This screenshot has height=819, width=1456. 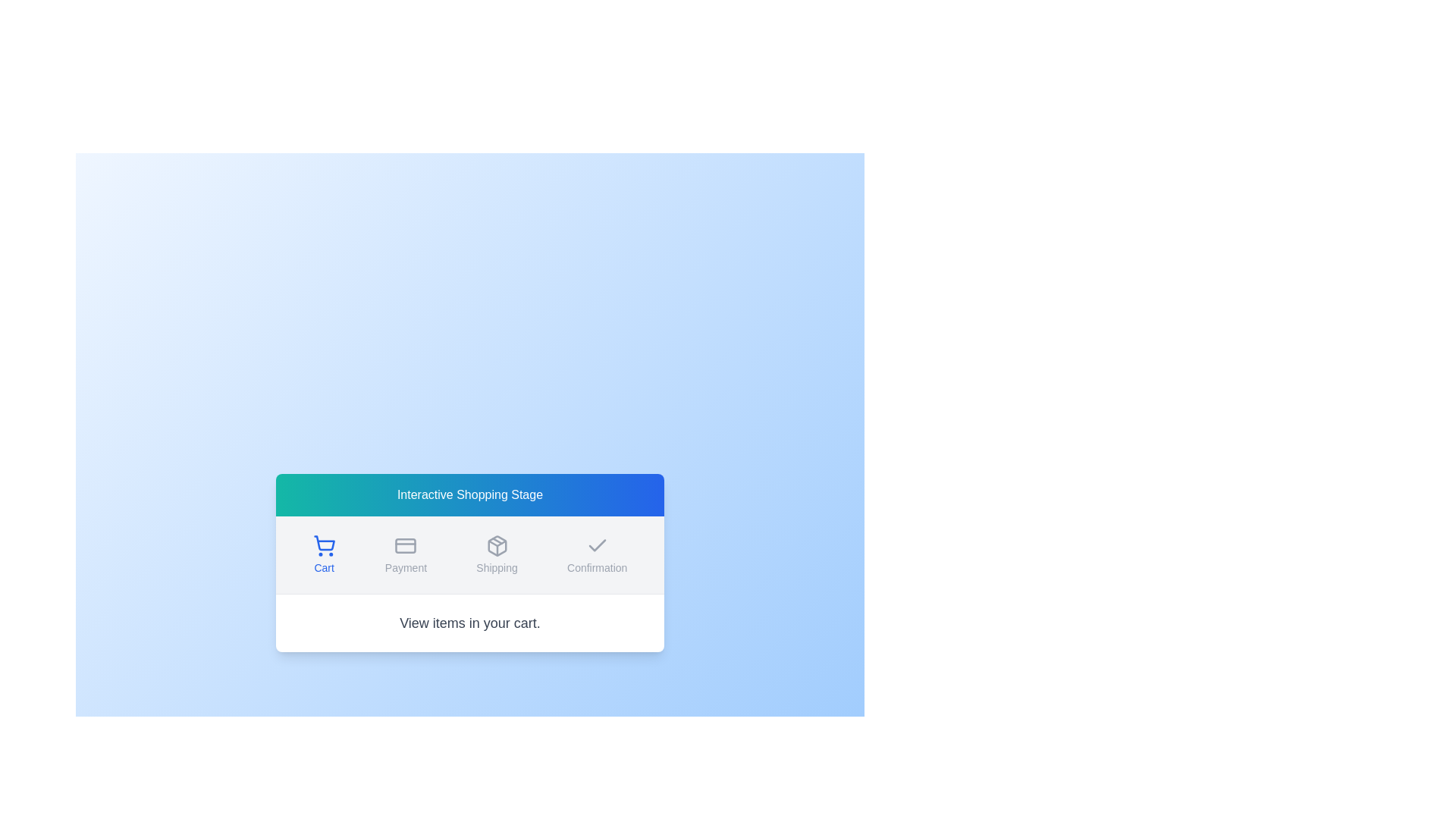 I want to click on the header section titled 'Interactive Shopping Stage', which has a gradient background from teal to blue and rounded top corners, so click(x=469, y=494).